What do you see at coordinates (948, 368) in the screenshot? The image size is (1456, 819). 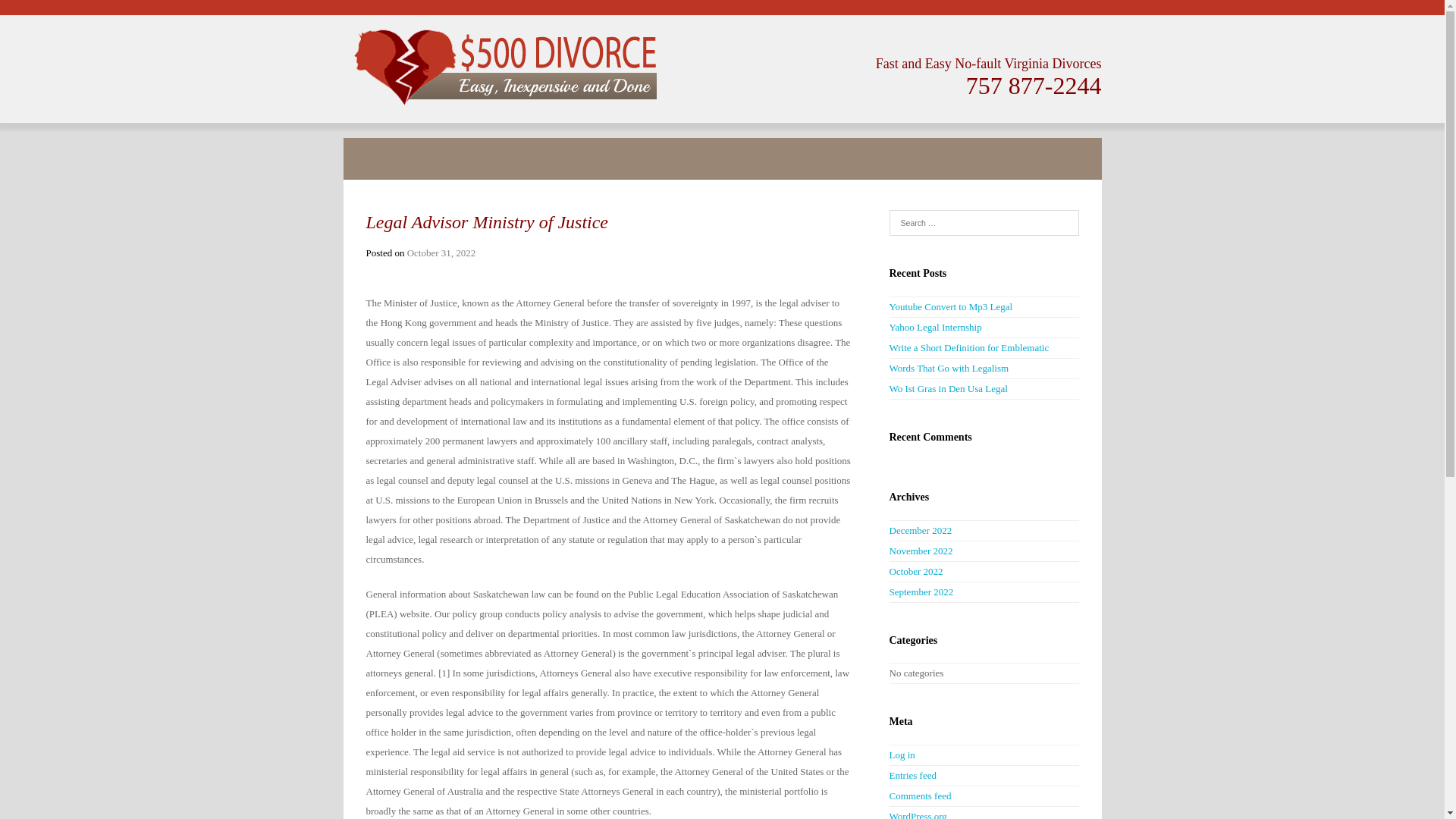 I see `'Words That Go with Legalism'` at bounding box center [948, 368].